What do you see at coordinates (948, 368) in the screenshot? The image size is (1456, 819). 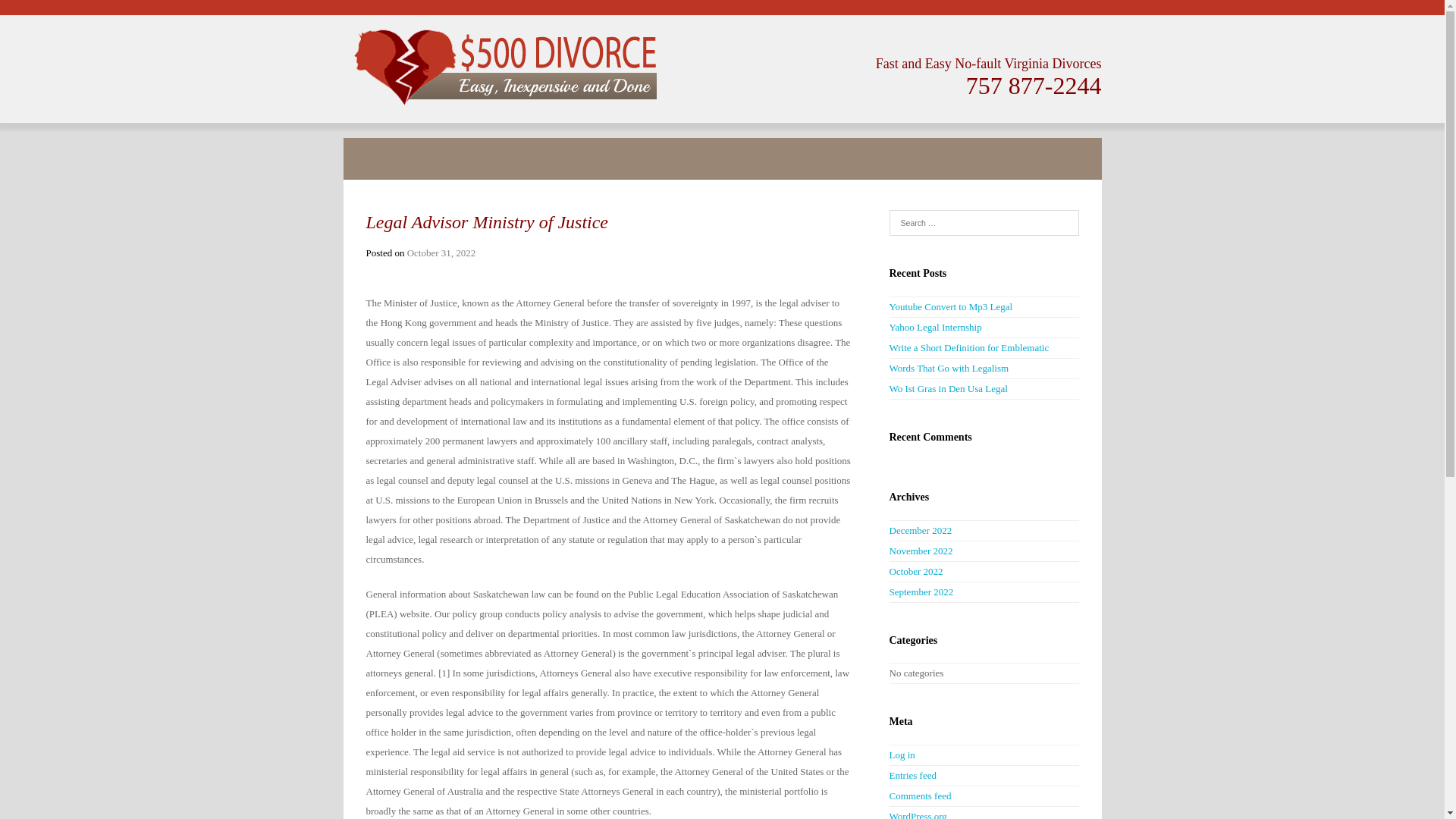 I see `'Words That Go with Legalism'` at bounding box center [948, 368].